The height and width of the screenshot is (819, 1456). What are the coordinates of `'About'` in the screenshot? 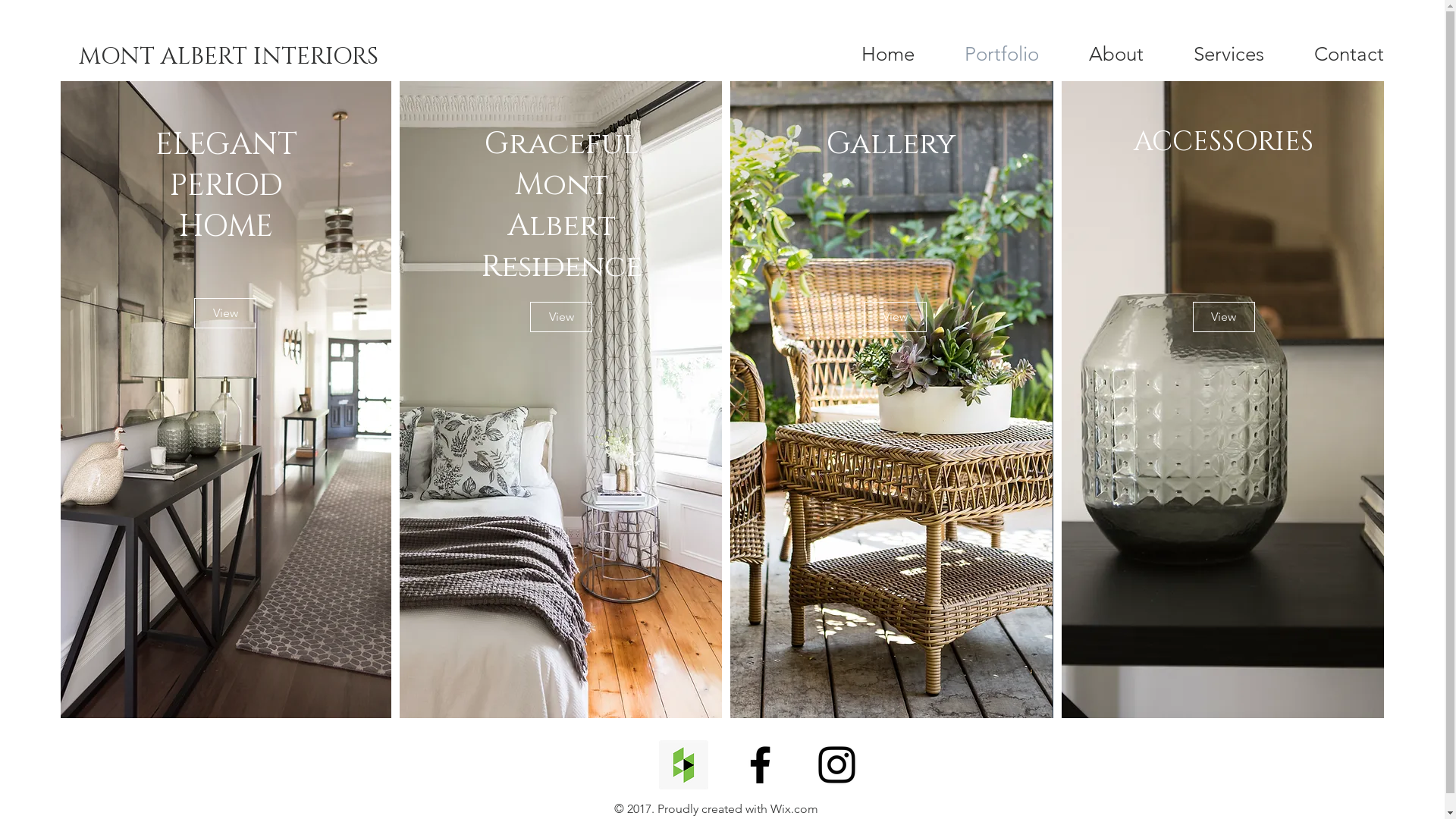 It's located at (1116, 53).